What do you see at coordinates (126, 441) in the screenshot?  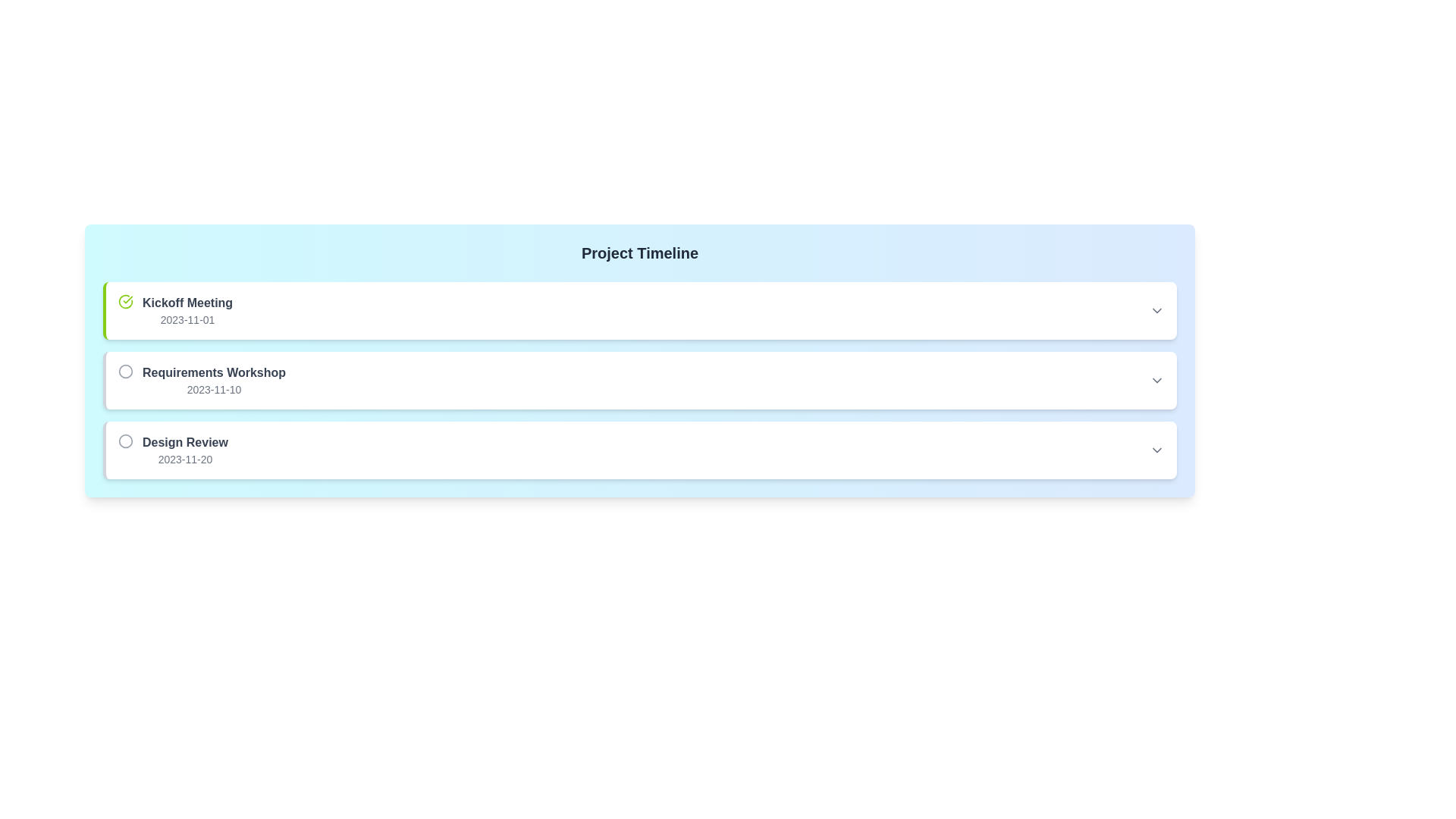 I see `the decorative circle icon located in the third row of the timeline, adjacent to the 'Design Review' text` at bounding box center [126, 441].